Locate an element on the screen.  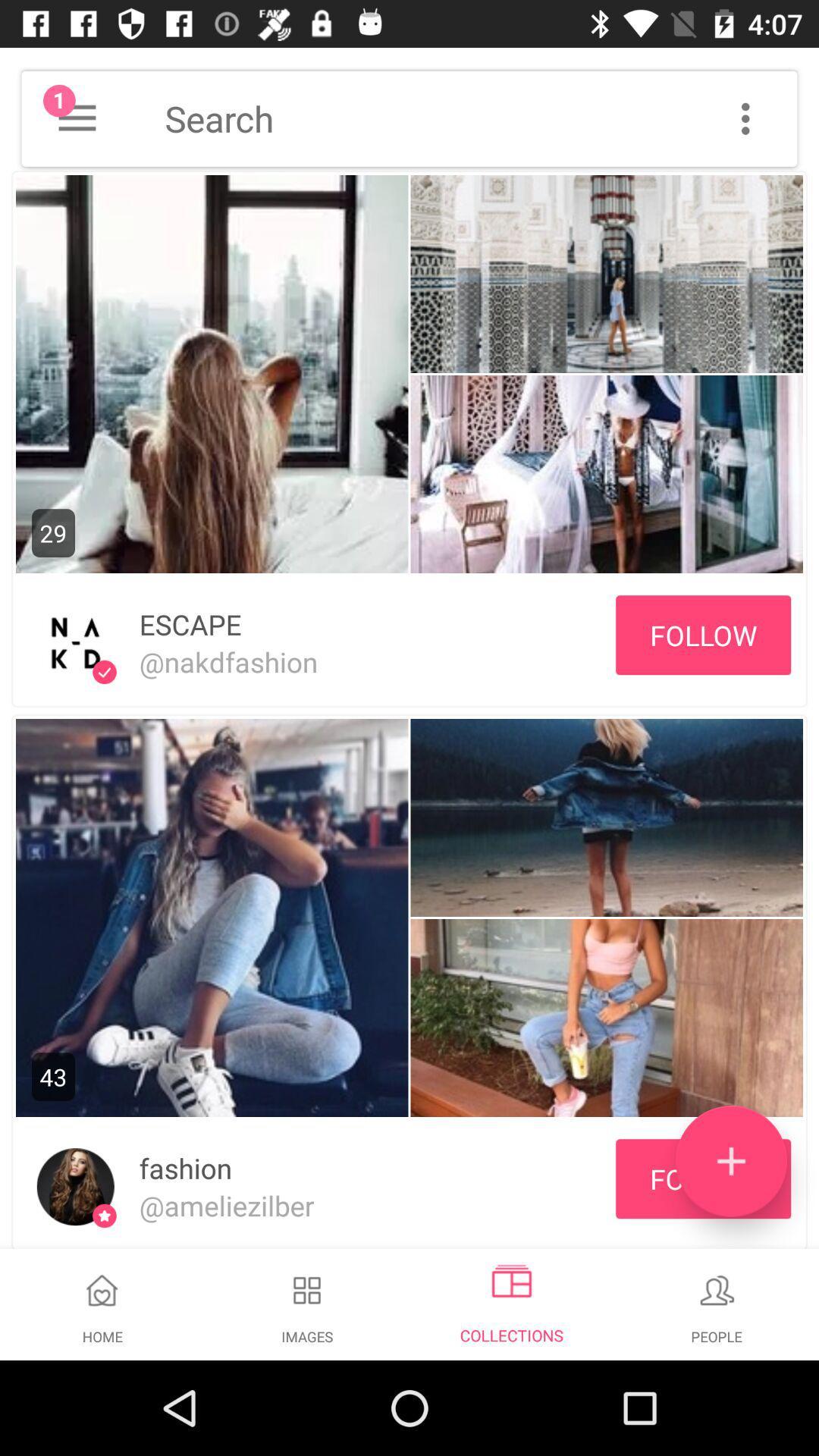
search is located at coordinates (481, 118).